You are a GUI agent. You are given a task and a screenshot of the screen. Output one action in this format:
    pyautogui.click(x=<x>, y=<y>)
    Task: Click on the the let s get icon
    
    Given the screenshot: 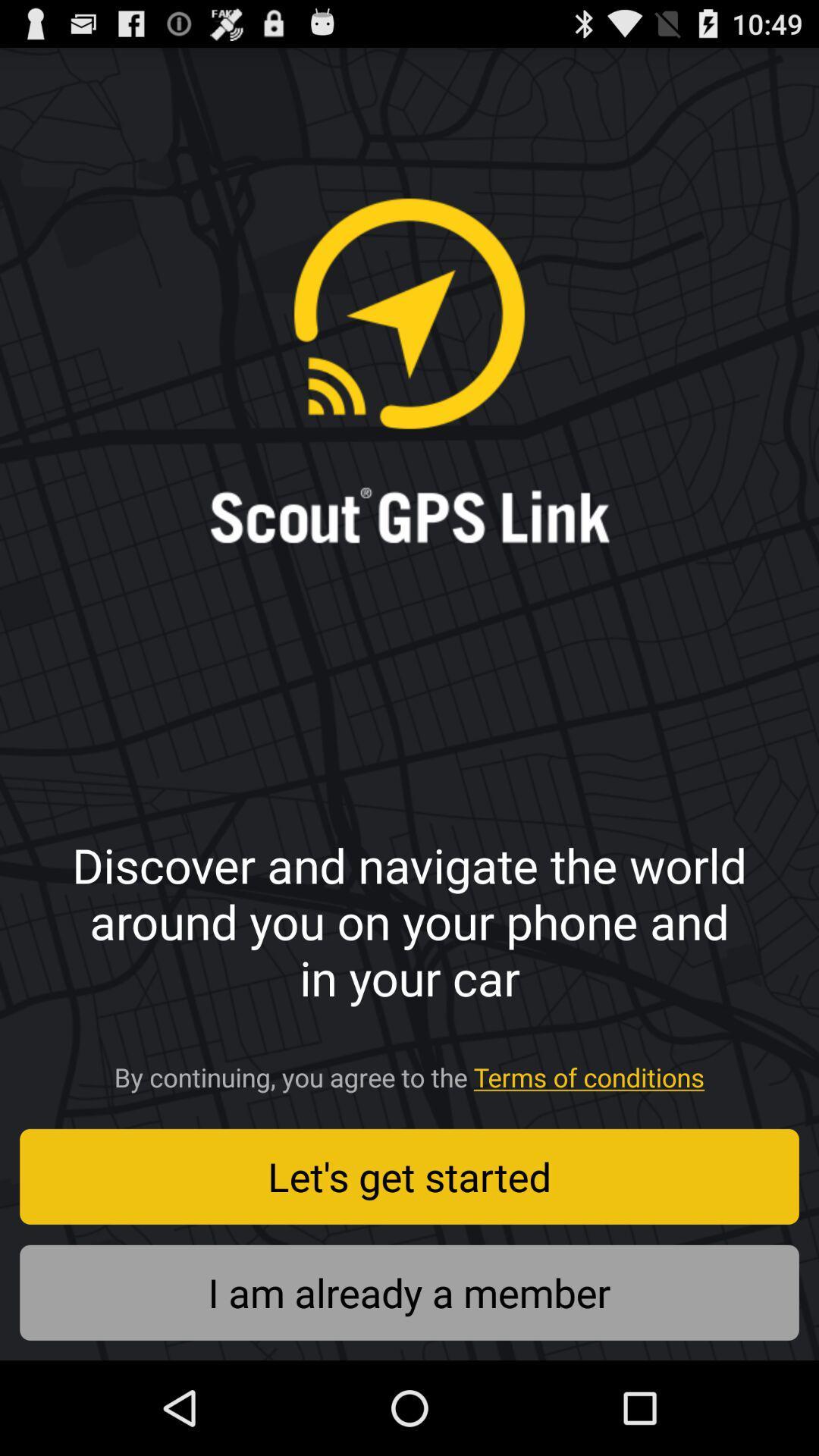 What is the action you would take?
    pyautogui.click(x=409, y=1175)
    